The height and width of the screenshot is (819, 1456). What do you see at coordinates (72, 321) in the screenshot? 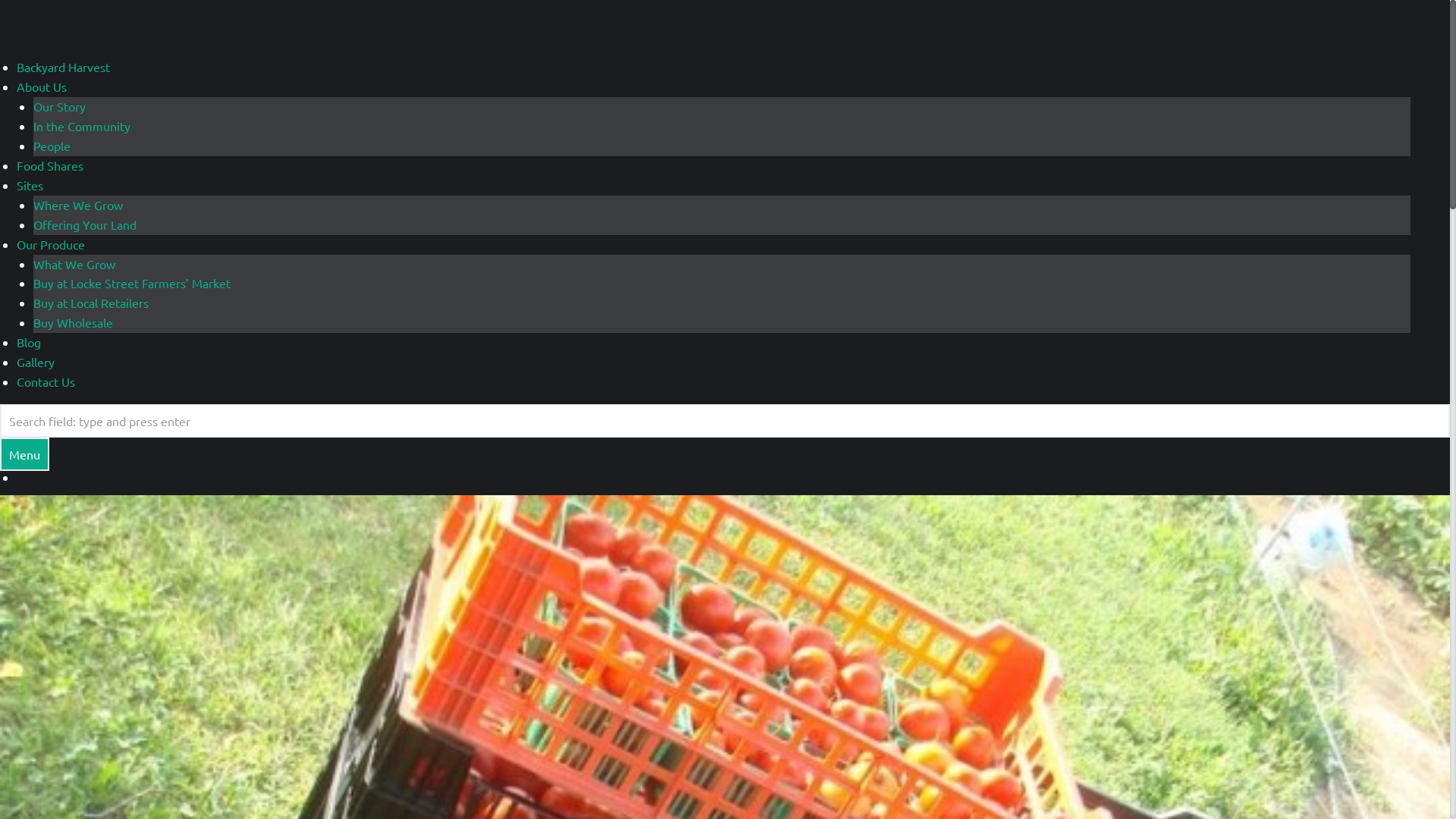
I see `'Buy Wholesale'` at bounding box center [72, 321].